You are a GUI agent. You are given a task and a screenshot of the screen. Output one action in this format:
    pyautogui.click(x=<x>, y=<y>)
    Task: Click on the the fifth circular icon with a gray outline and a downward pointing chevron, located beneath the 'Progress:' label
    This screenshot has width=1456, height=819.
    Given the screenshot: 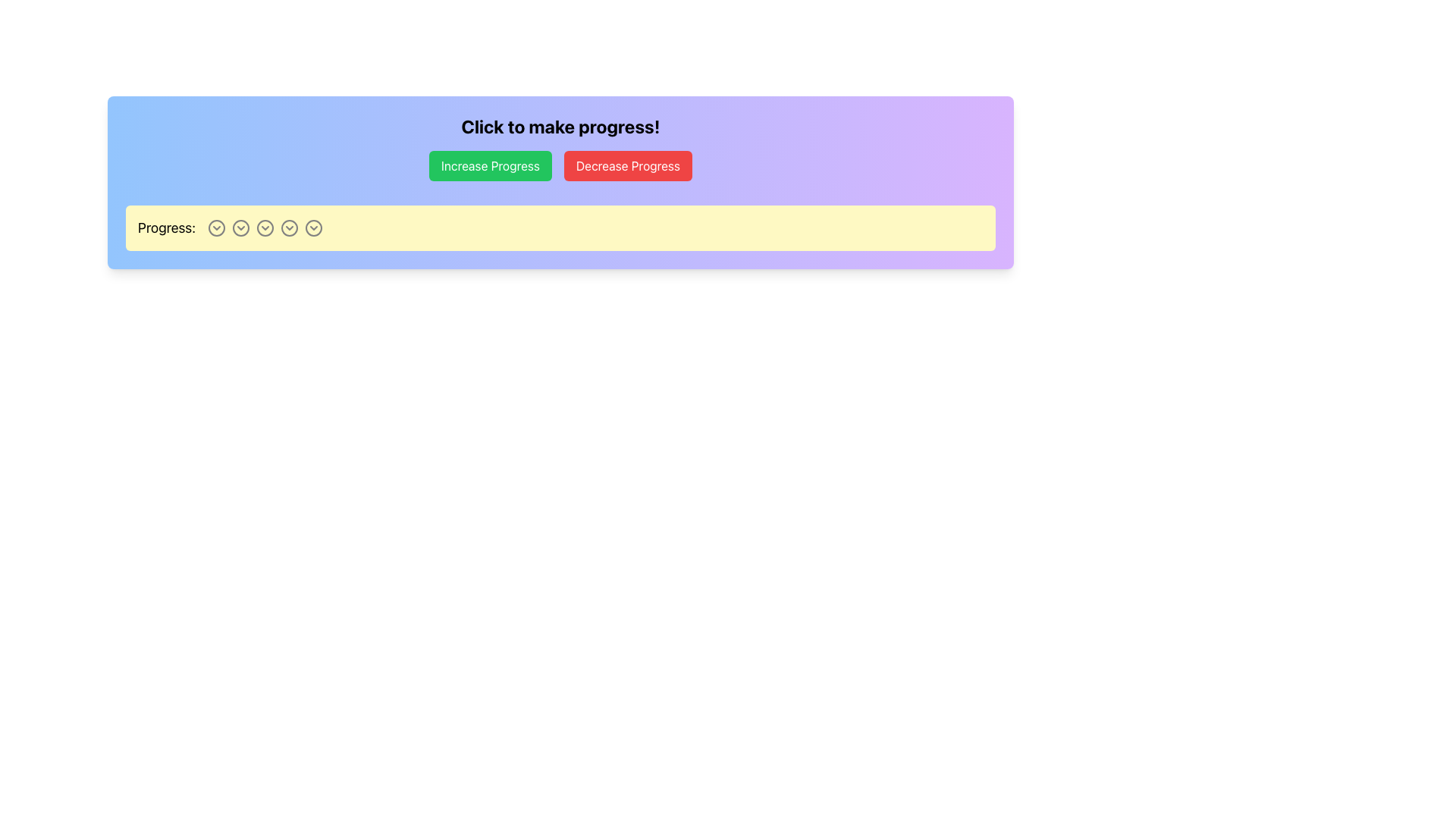 What is the action you would take?
    pyautogui.click(x=290, y=227)
    